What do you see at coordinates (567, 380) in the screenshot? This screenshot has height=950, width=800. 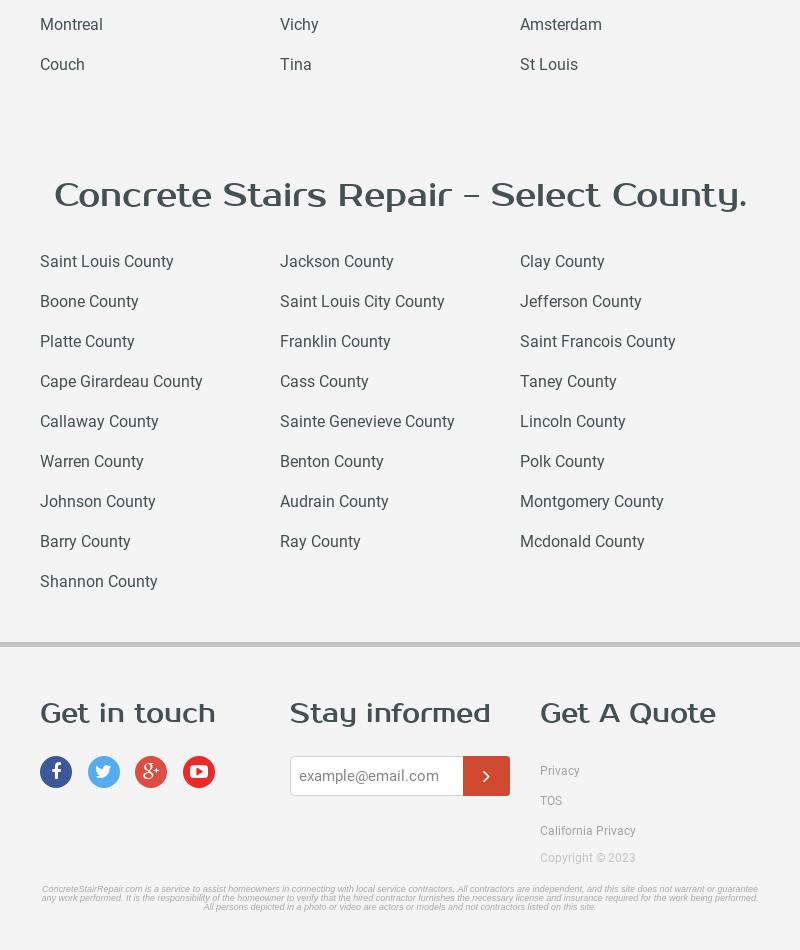 I see `'Taney County'` at bounding box center [567, 380].